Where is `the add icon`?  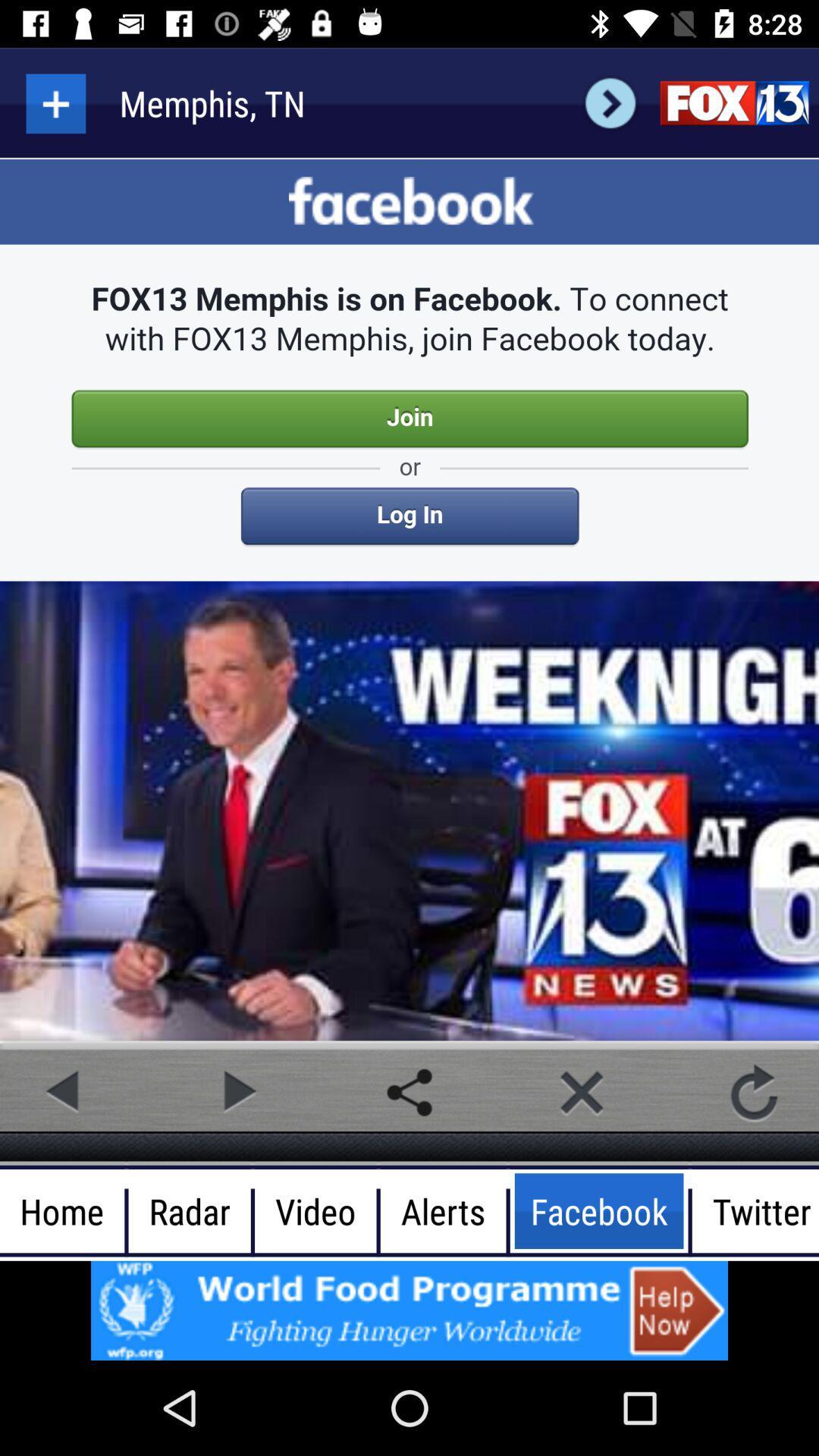
the add icon is located at coordinates (55, 102).